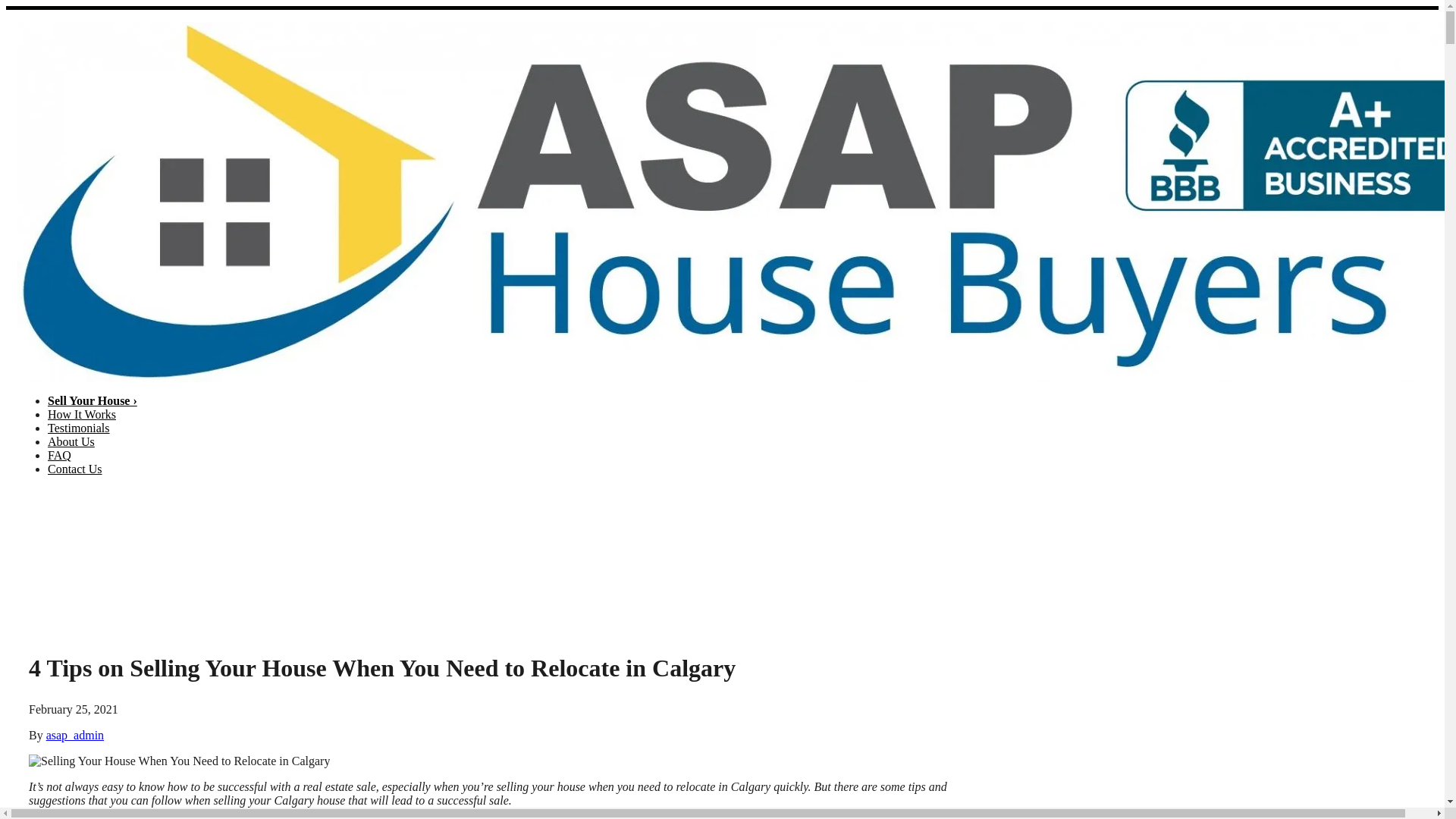 This screenshot has height=819, width=1456. Describe the element at coordinates (47, 454) in the screenshot. I see `'FAQ'` at that location.